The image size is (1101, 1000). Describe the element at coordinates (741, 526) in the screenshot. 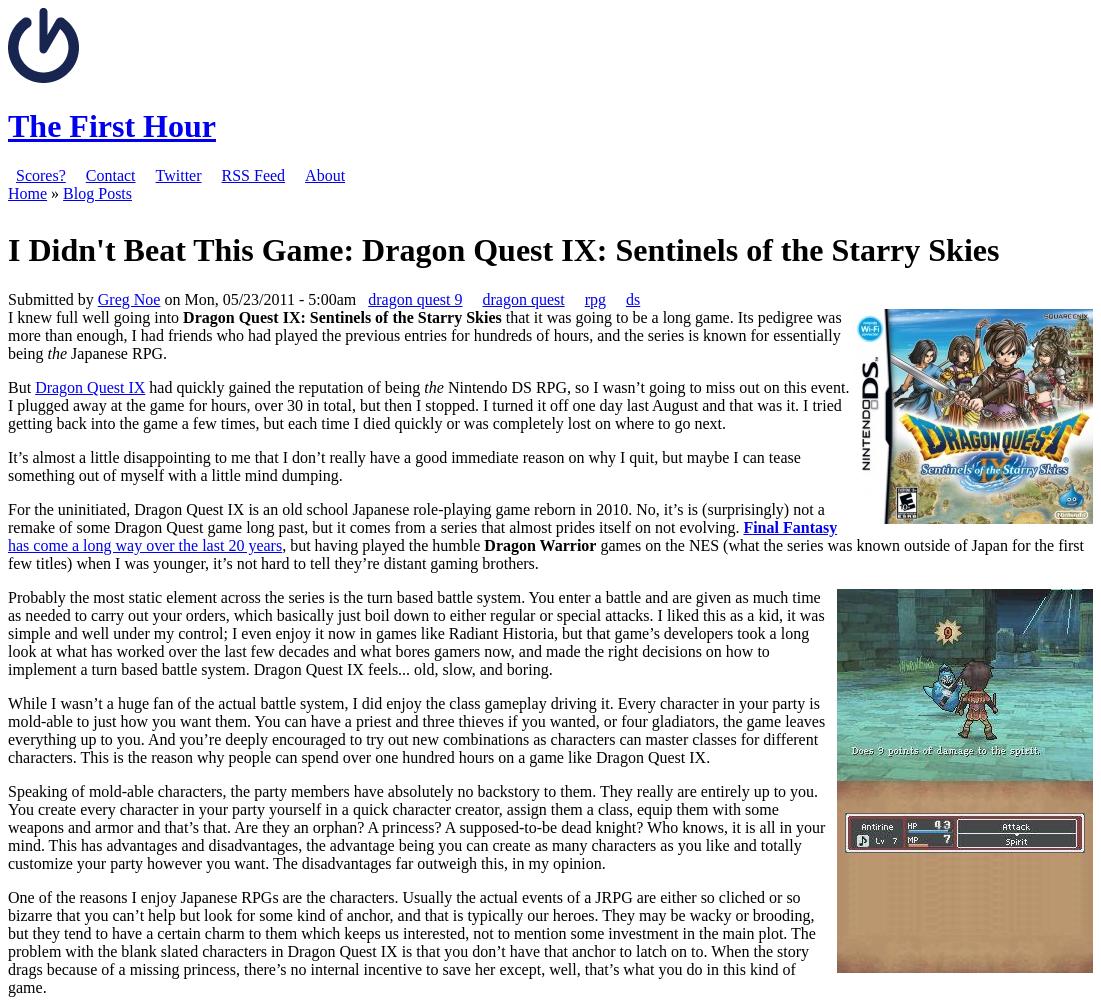

I see `'Final Fantasy'` at that location.